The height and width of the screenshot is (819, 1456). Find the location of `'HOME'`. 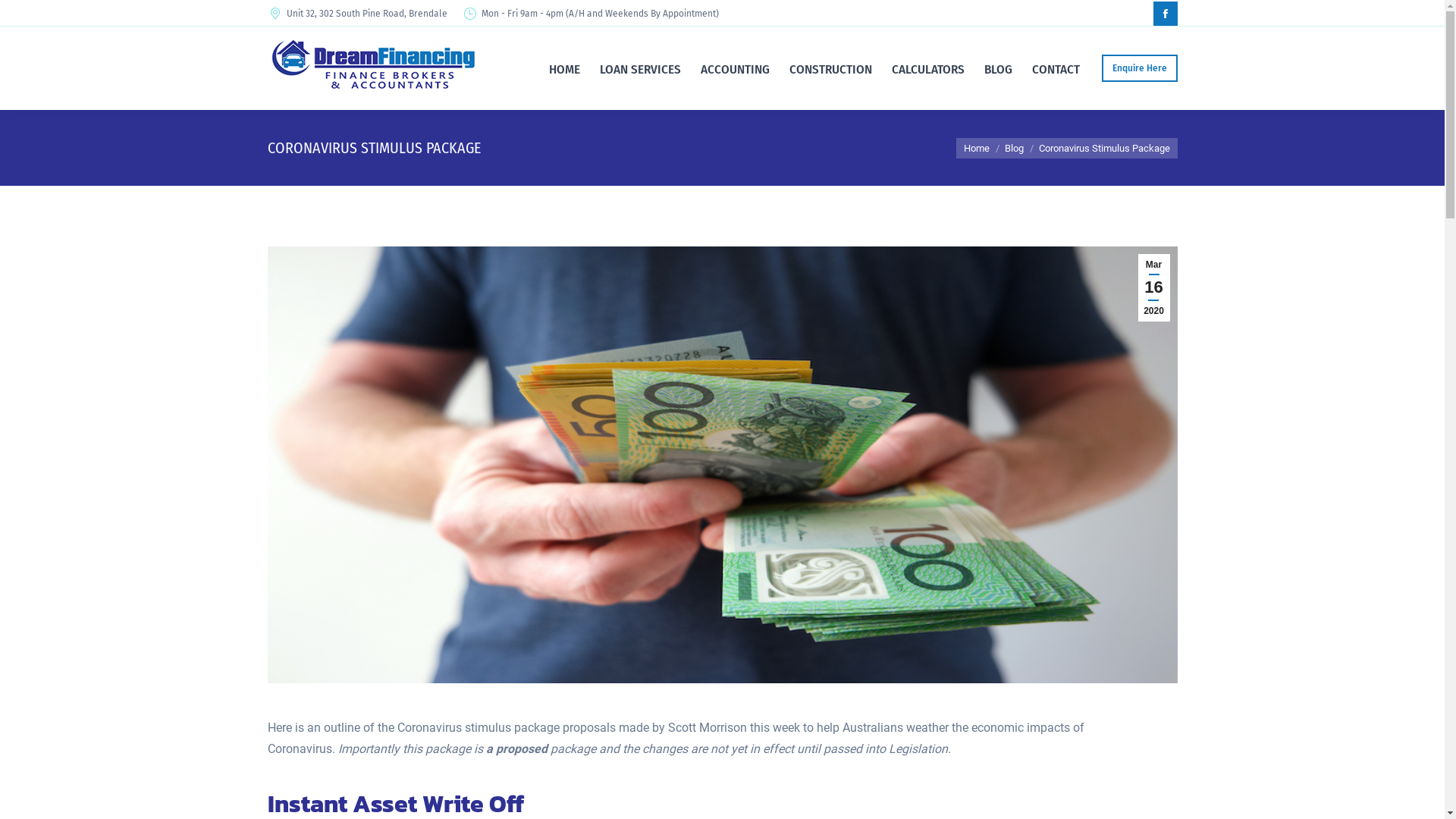

'HOME' is located at coordinates (563, 68).